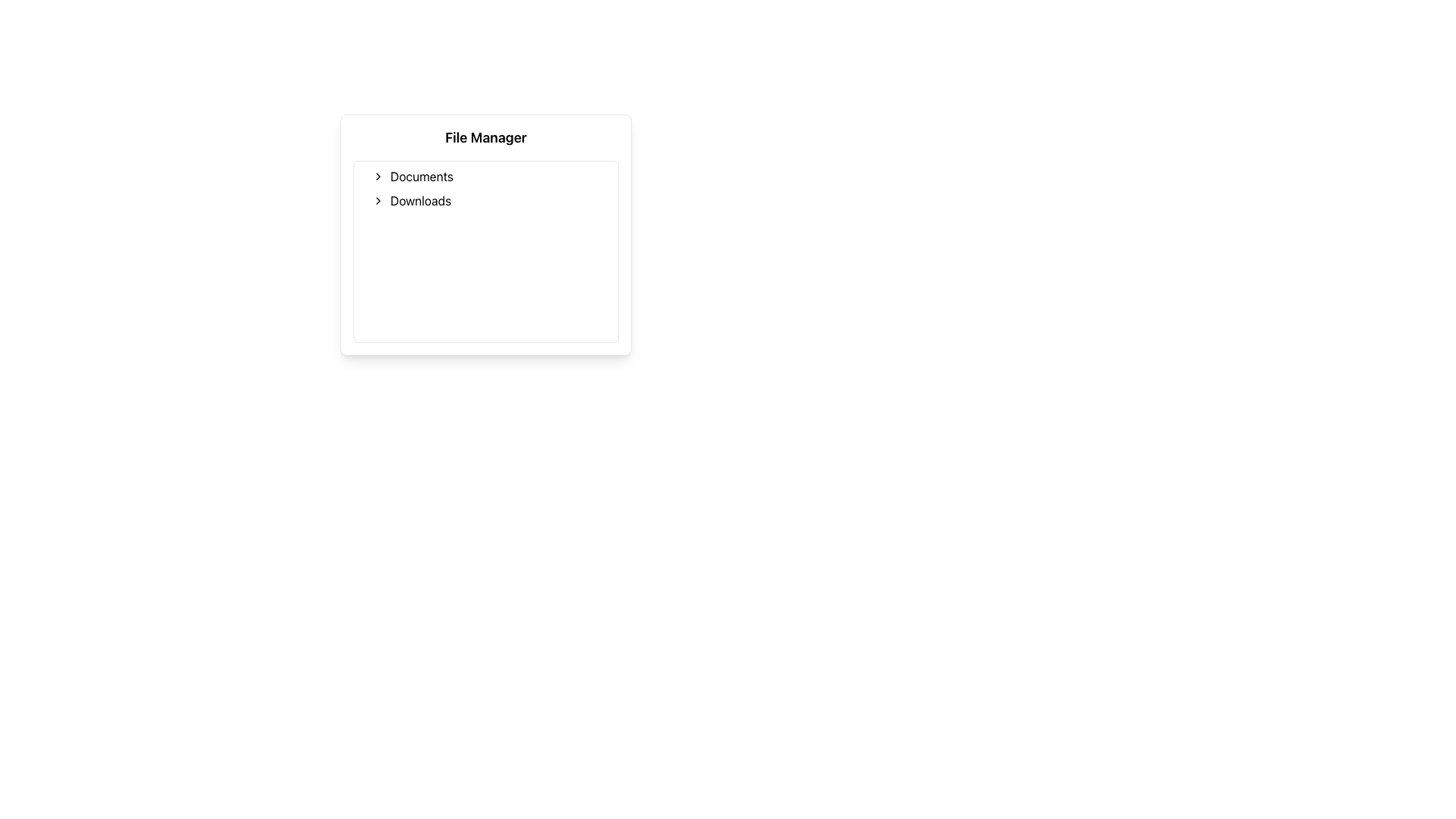 This screenshot has height=819, width=1456. What do you see at coordinates (421, 200) in the screenshot?
I see `the 'Downloads' text label` at bounding box center [421, 200].